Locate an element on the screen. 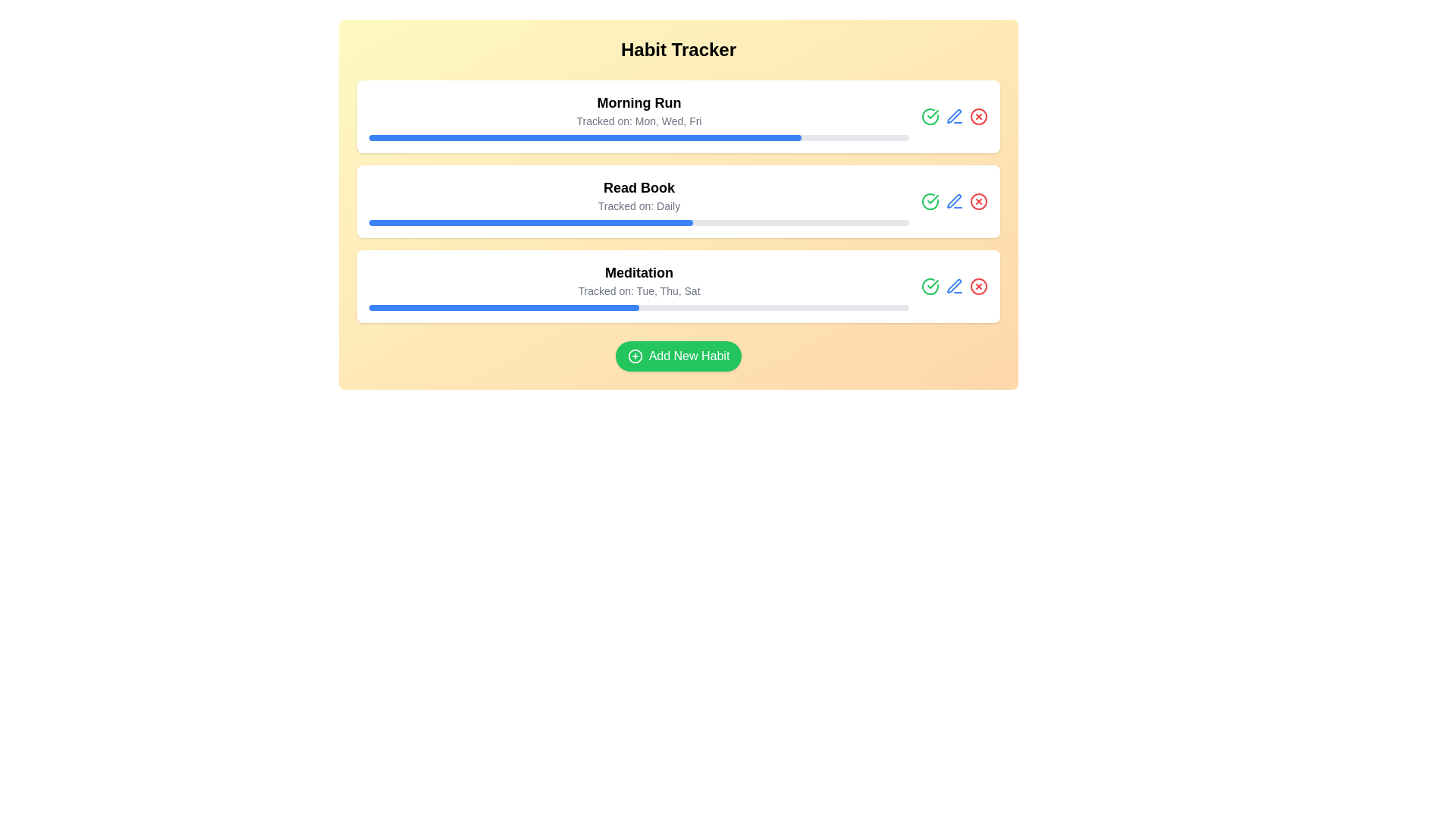 Image resolution: width=1456 pixels, height=819 pixels. the circular delete button associated with the habit 'Read Book' located at the top right corner of the second row in the habit tracking list is located at coordinates (979, 201).